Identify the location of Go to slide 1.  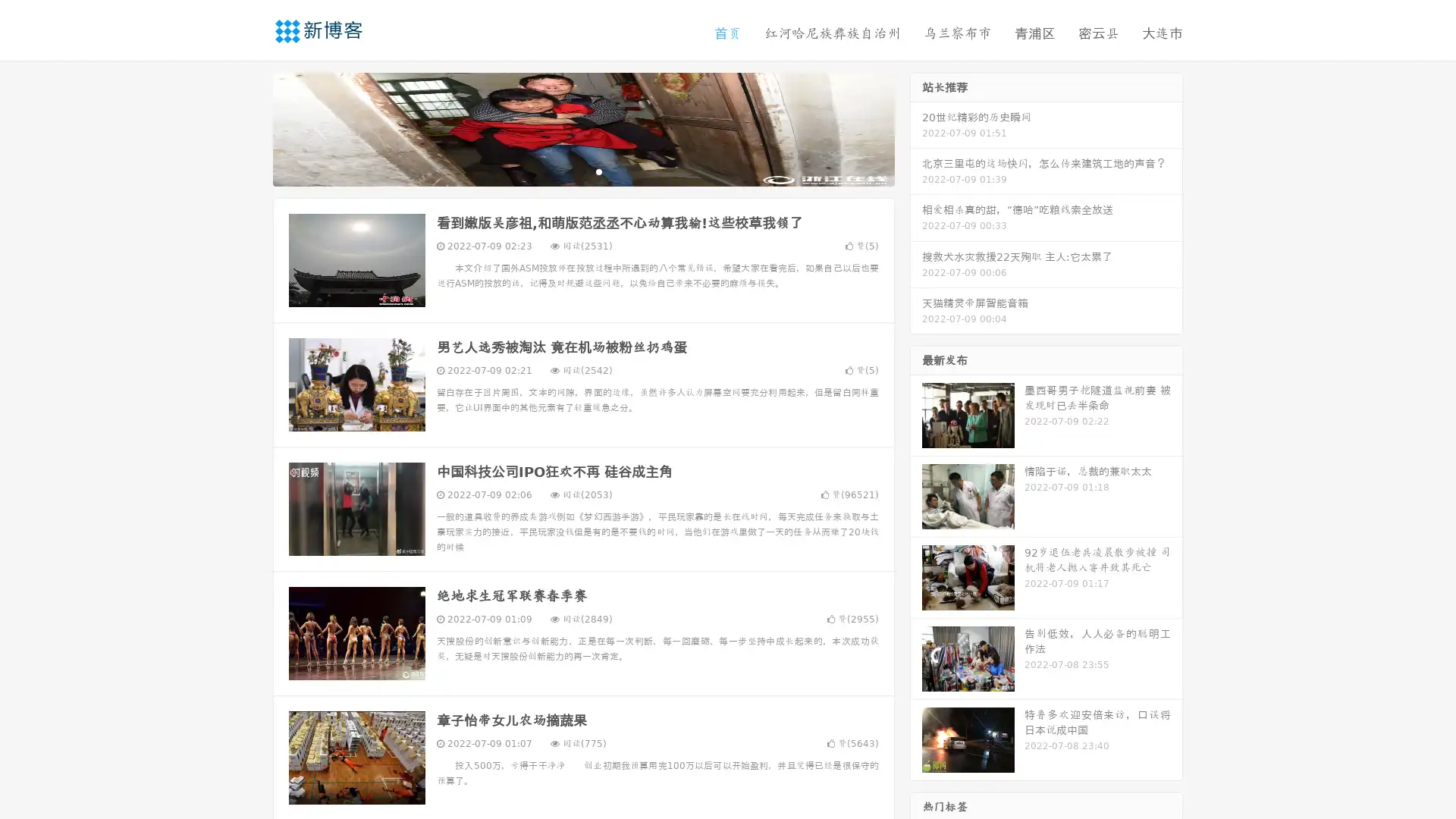
(567, 171).